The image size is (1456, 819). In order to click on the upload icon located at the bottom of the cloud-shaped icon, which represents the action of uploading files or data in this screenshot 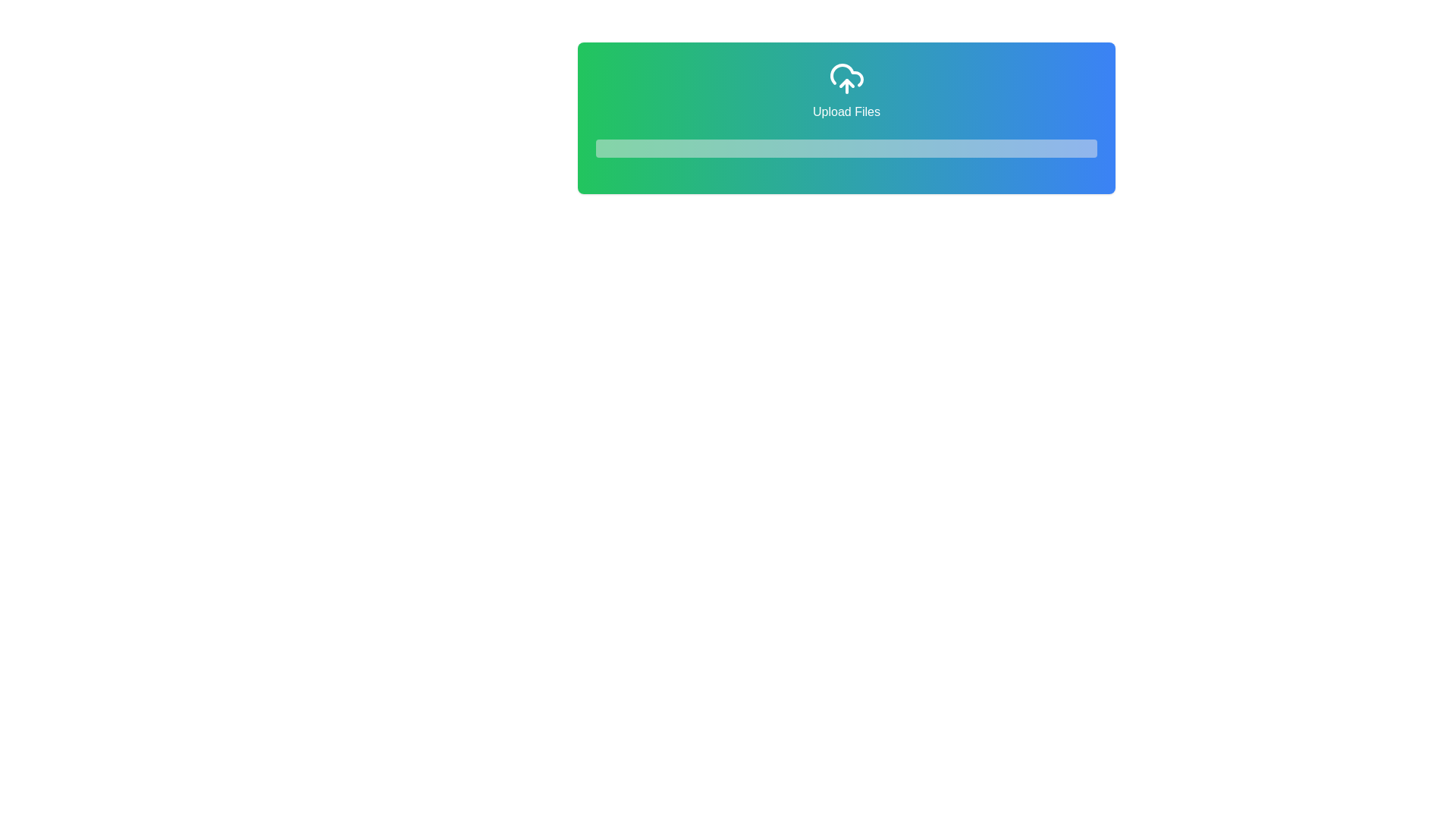, I will do `click(846, 83)`.